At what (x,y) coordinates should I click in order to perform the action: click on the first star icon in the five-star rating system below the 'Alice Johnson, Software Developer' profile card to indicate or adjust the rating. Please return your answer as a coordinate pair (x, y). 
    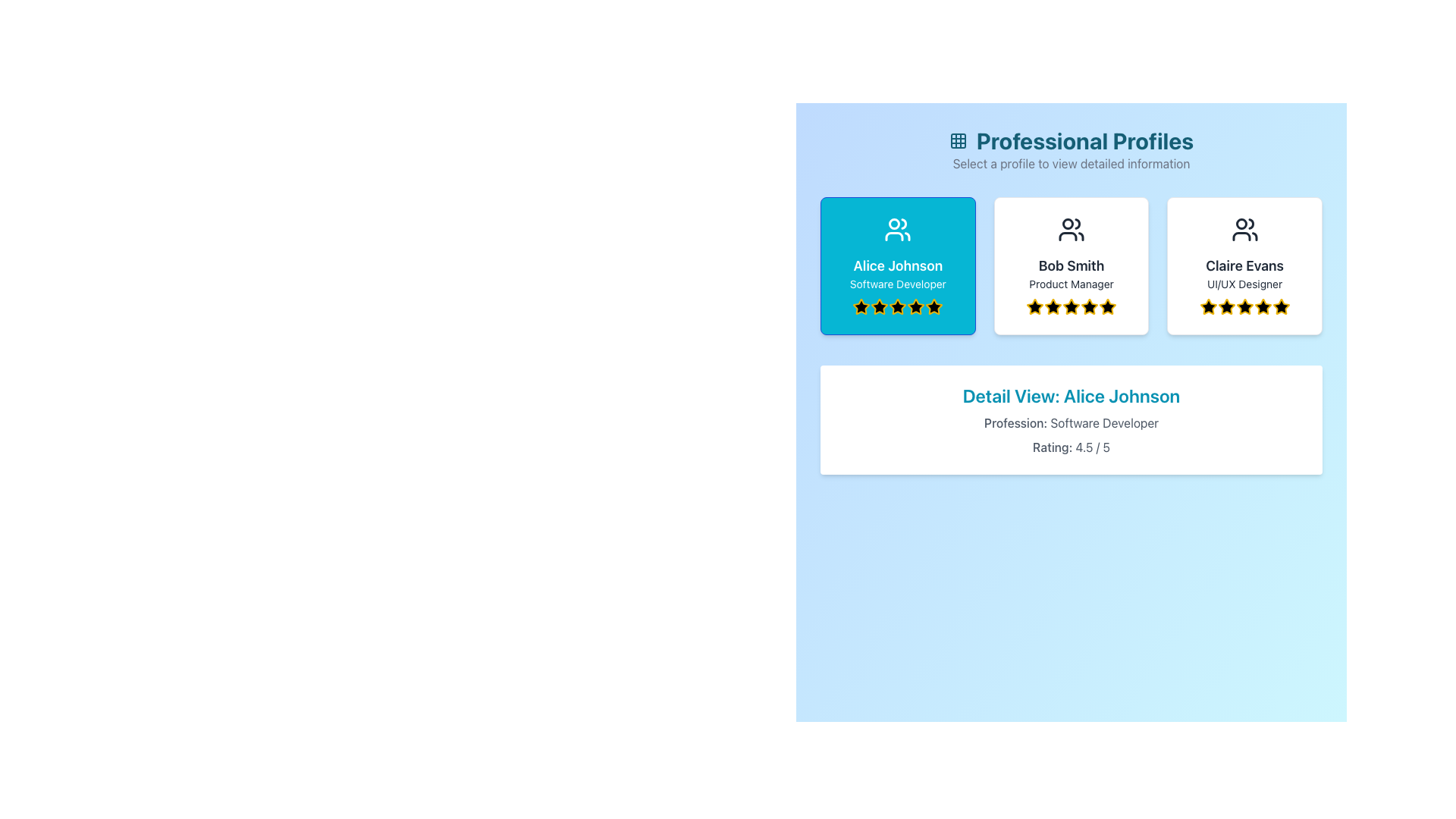
    Looking at the image, I should click on (861, 306).